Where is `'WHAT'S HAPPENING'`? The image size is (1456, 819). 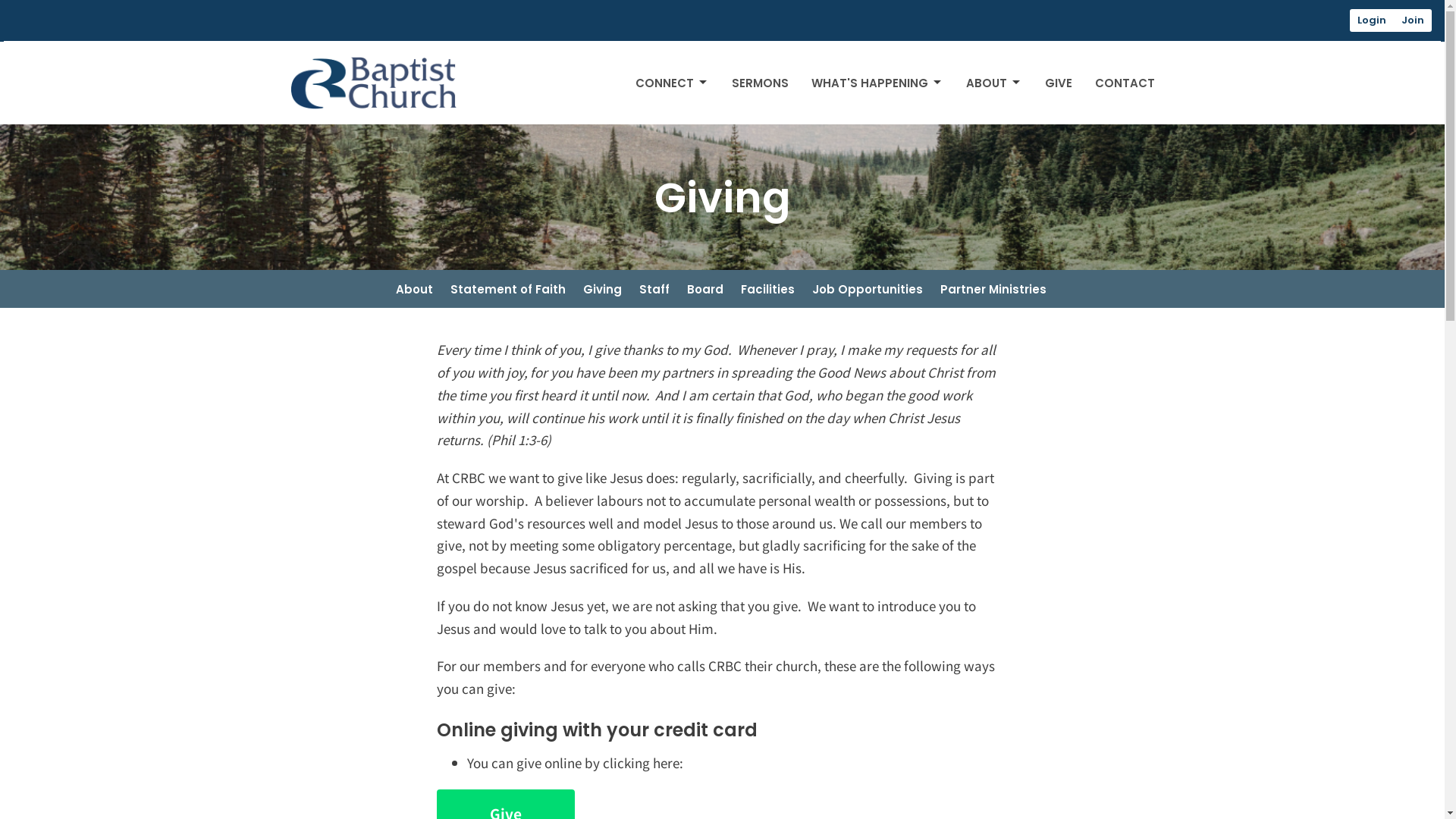 'WHAT'S HAPPENING' is located at coordinates (877, 83).